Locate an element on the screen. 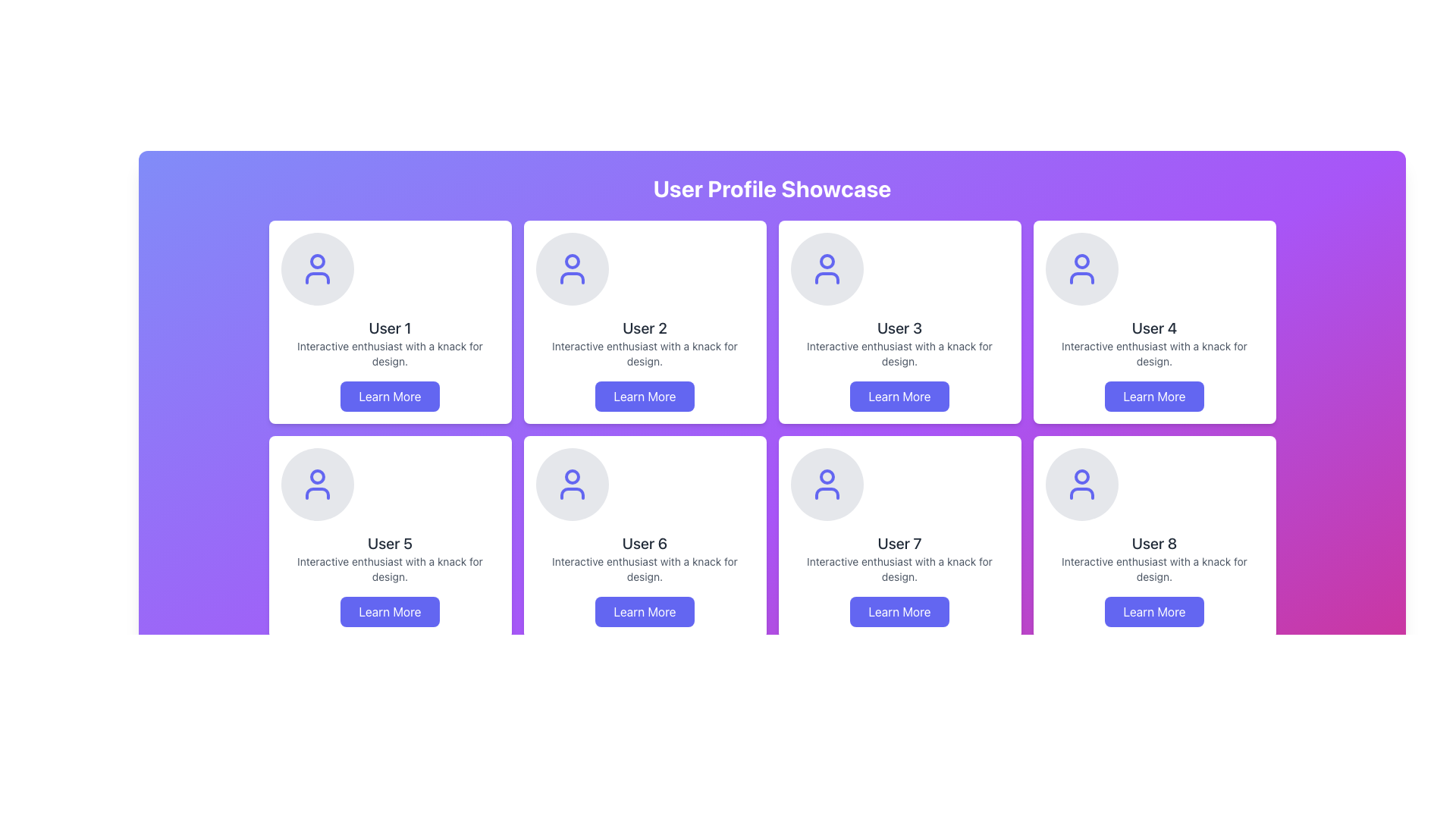  the text label reading 'User 7' is located at coordinates (899, 543).